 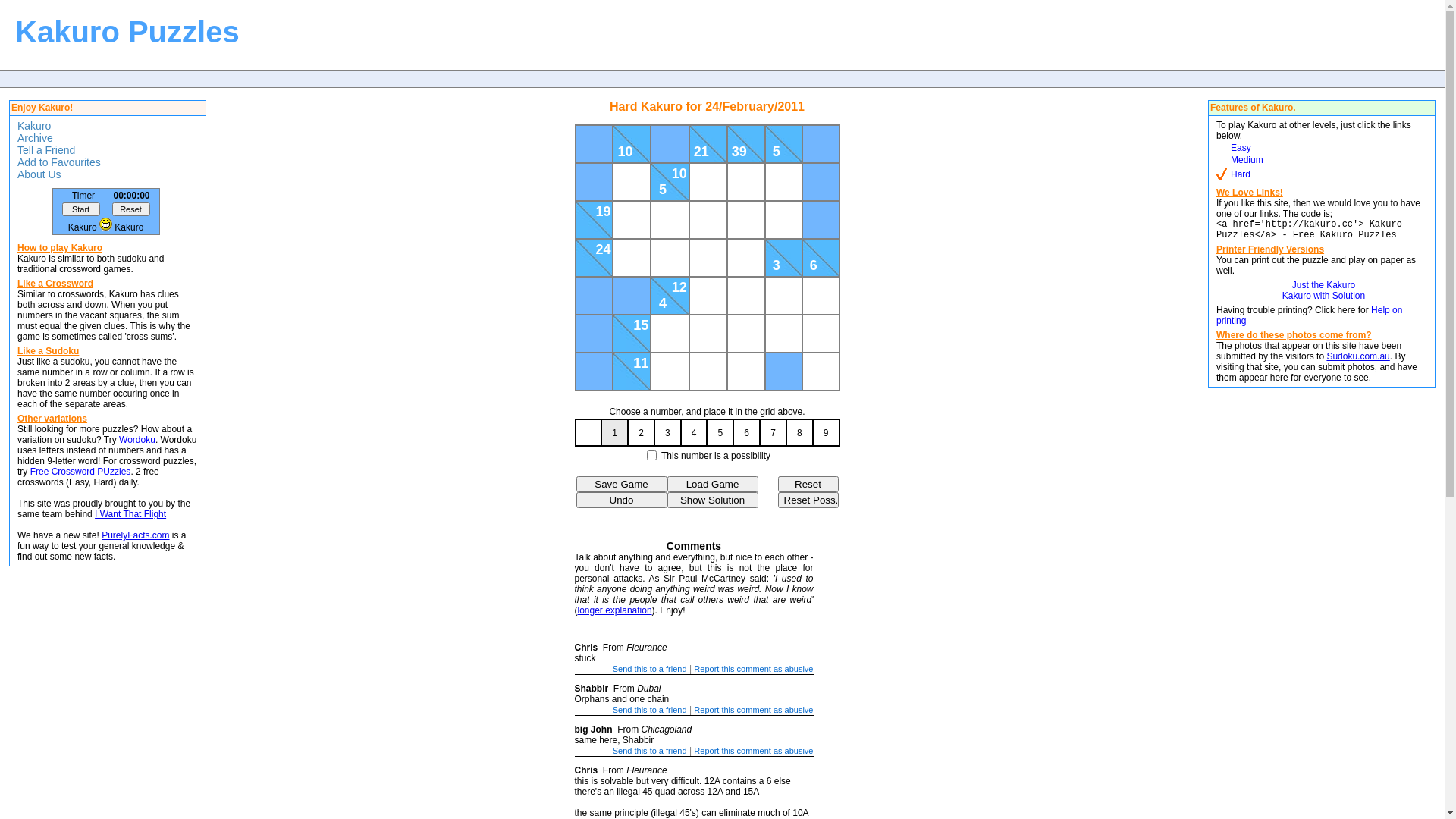 I want to click on 'Free Crossword PUzzles', so click(x=30, y=470).